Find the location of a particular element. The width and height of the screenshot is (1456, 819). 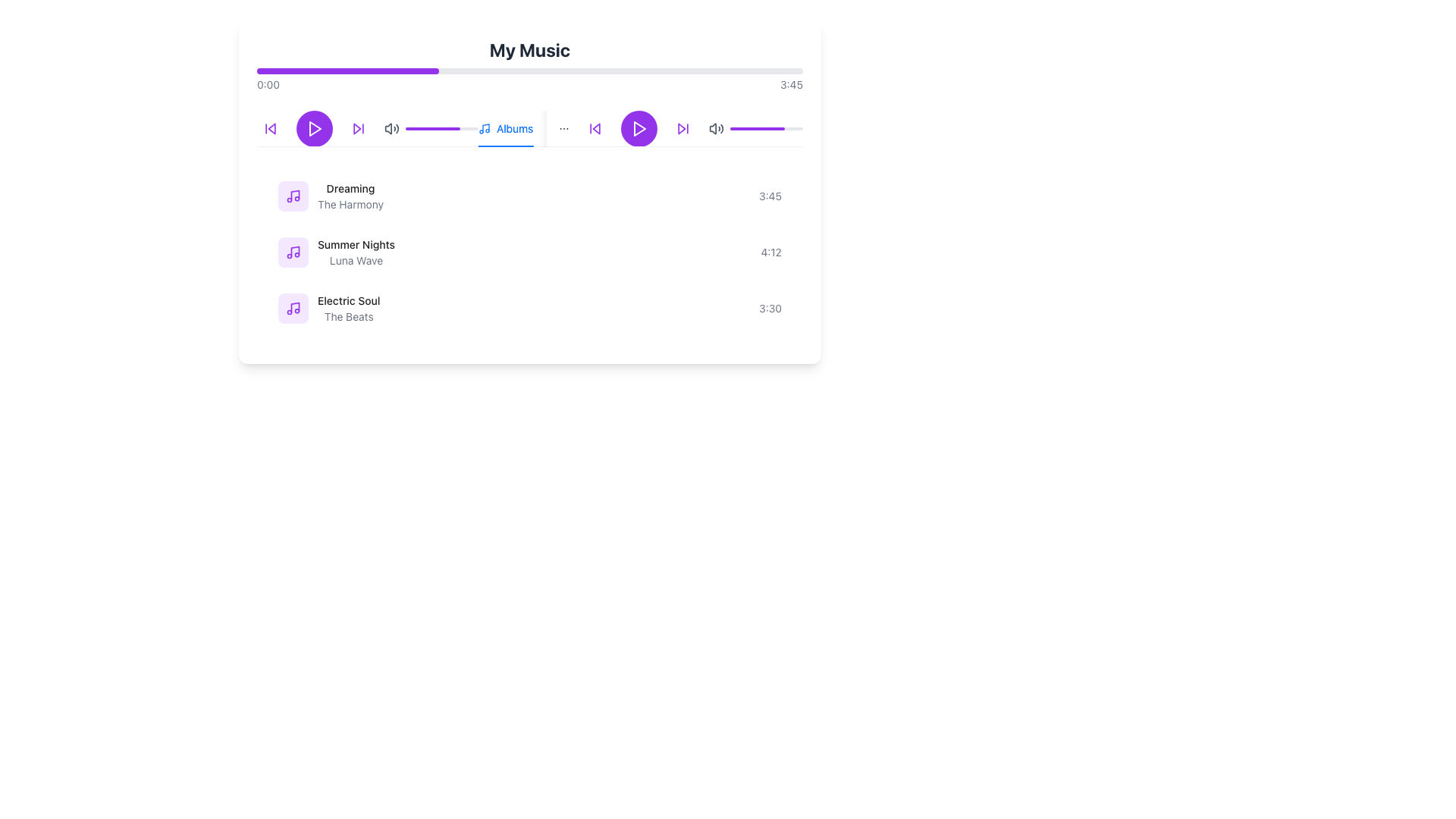

the backward skip button located in the upper section of the interface, to the left of the large play button is located at coordinates (595, 127).